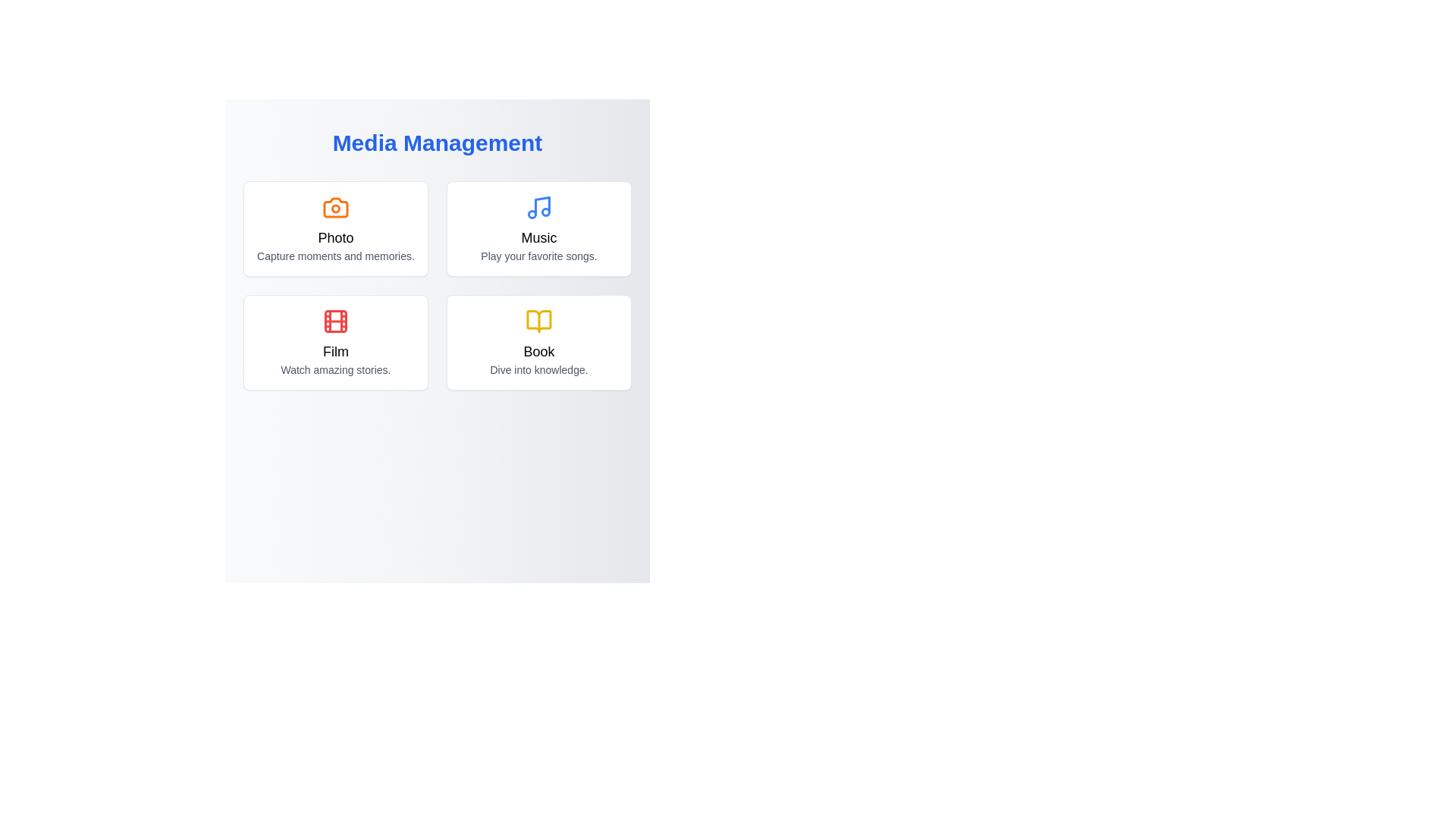 This screenshot has width=1456, height=819. What do you see at coordinates (334, 321) in the screenshot?
I see `the red film icon located in the 'Film' section beneath the 'Media Management' header` at bounding box center [334, 321].